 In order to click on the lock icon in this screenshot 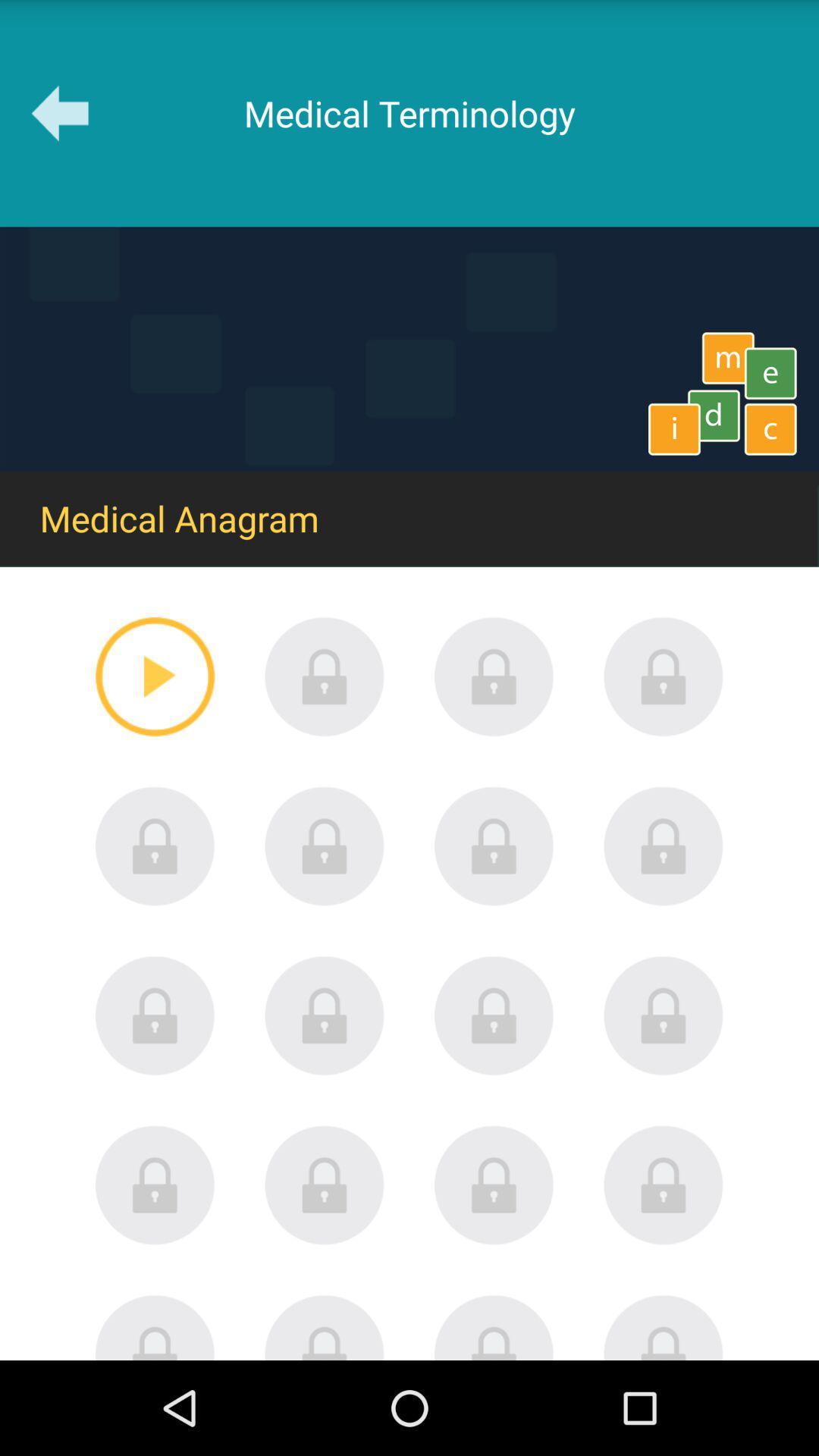, I will do `click(663, 1086)`.